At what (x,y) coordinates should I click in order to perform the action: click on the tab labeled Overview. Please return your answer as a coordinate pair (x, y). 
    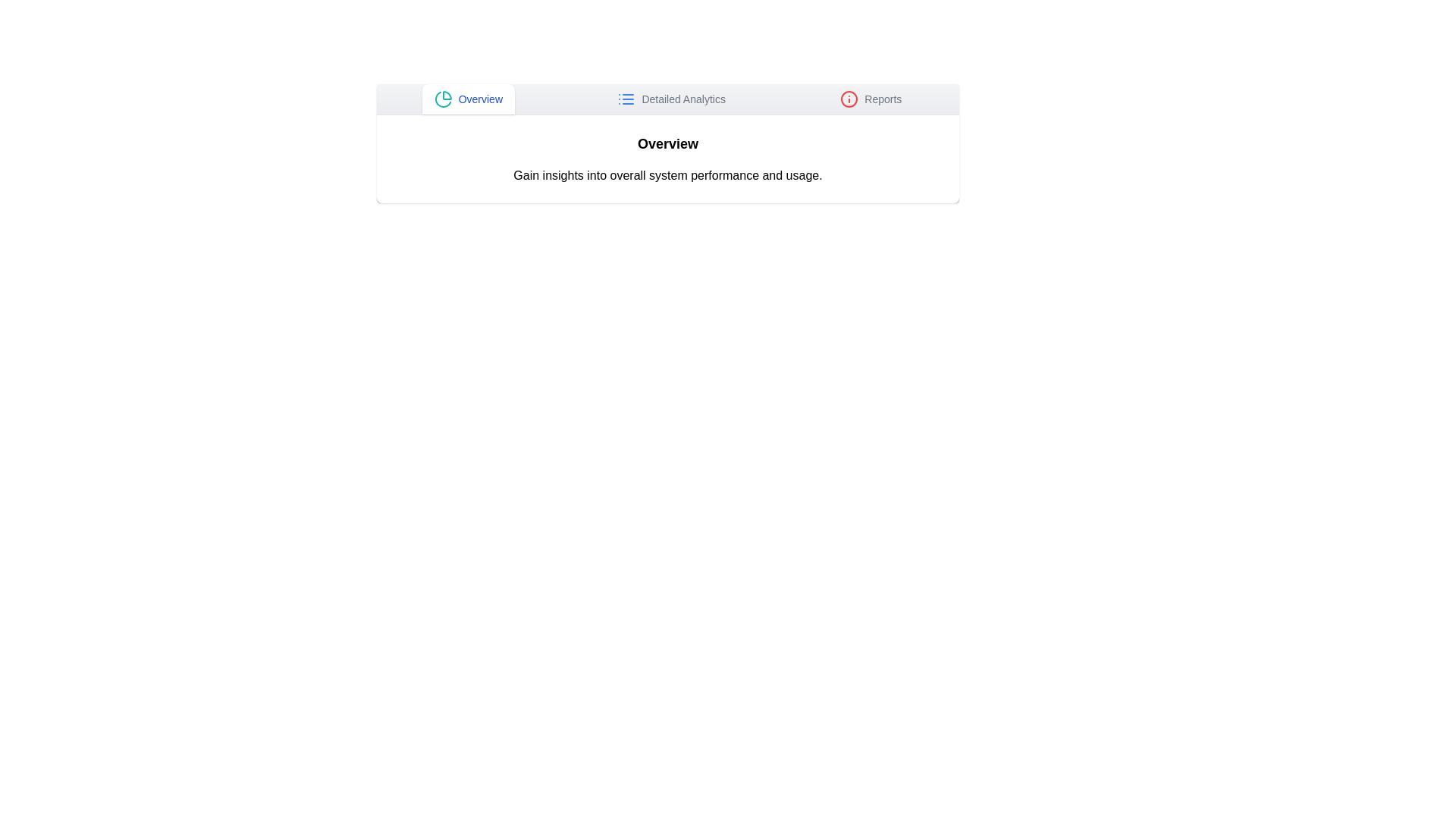
    Looking at the image, I should click on (467, 99).